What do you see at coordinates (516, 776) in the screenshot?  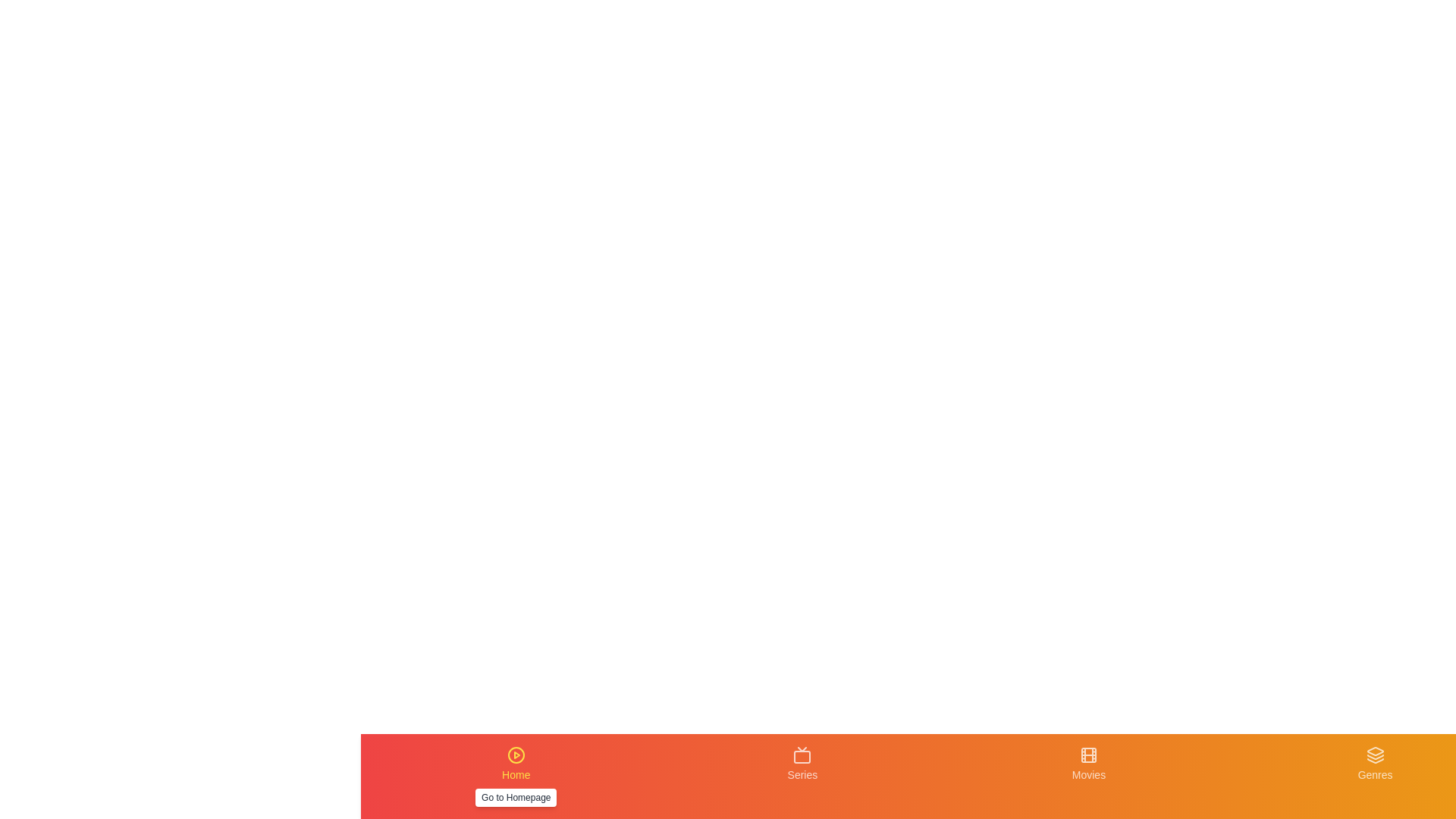 I see `the Home tab to navigate` at bounding box center [516, 776].